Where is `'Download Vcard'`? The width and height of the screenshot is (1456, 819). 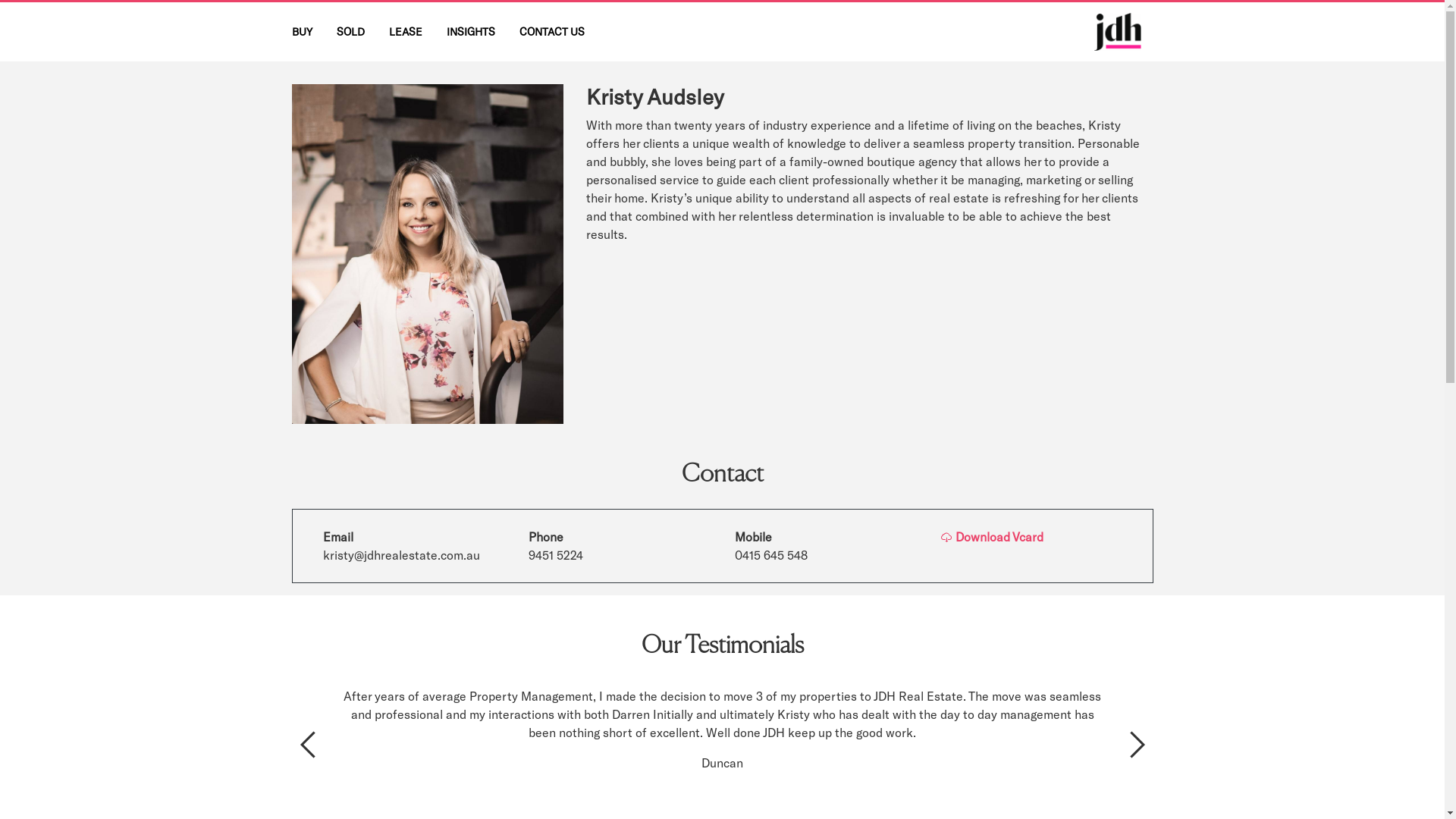
'Download Vcard' is located at coordinates (992, 535).